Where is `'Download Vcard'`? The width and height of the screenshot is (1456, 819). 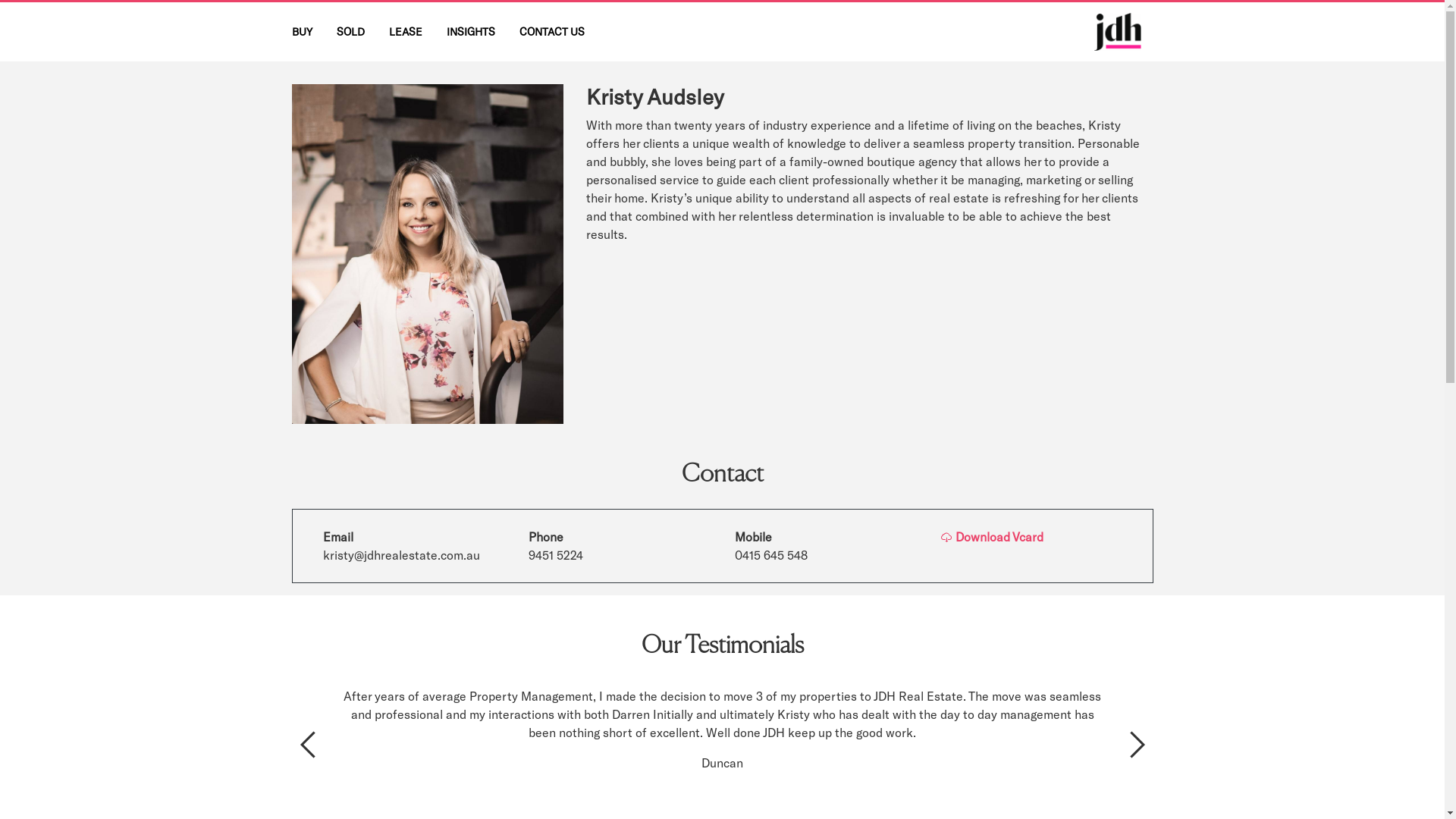
'Download Vcard' is located at coordinates (992, 535).